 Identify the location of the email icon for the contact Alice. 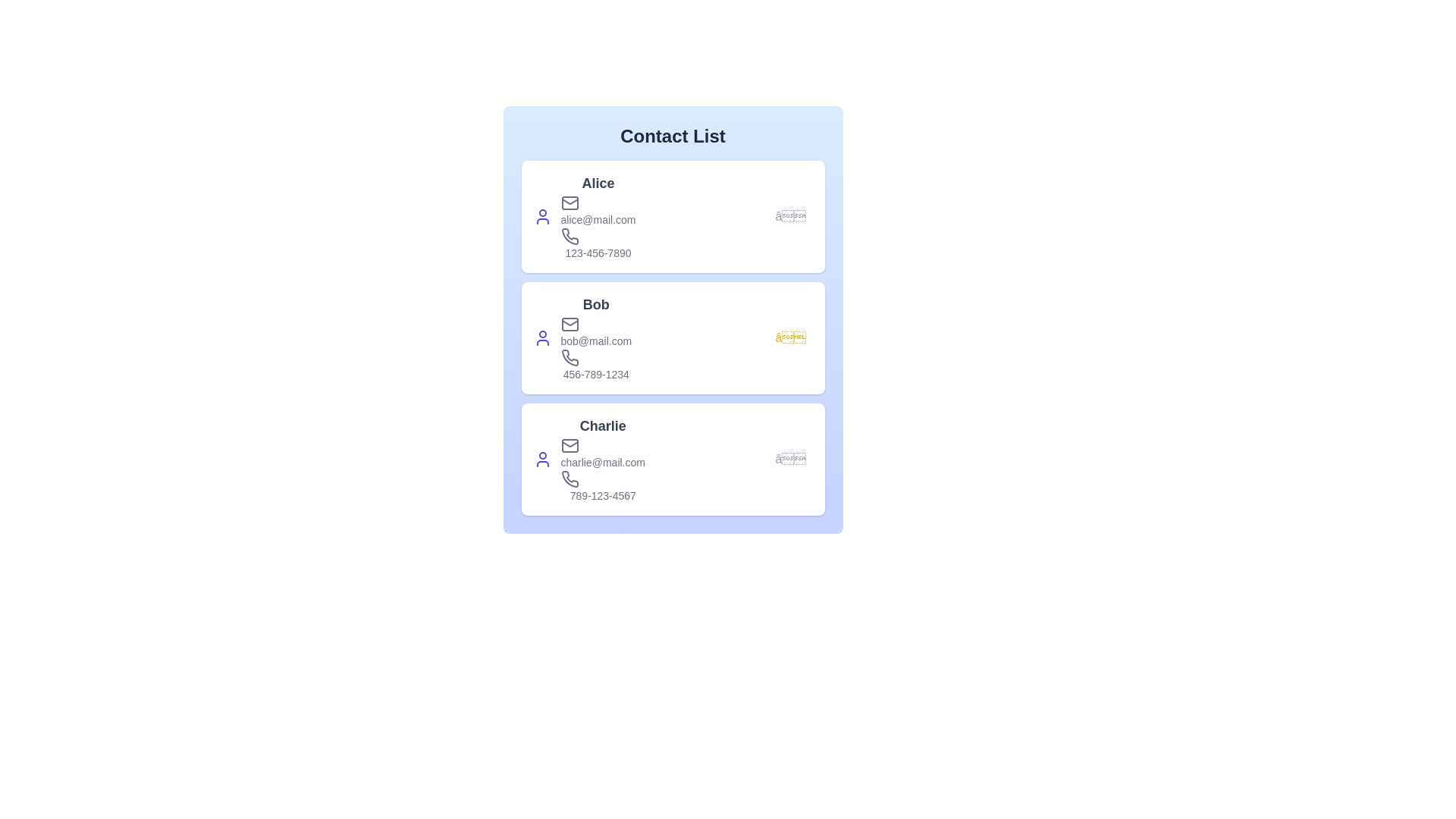
(569, 202).